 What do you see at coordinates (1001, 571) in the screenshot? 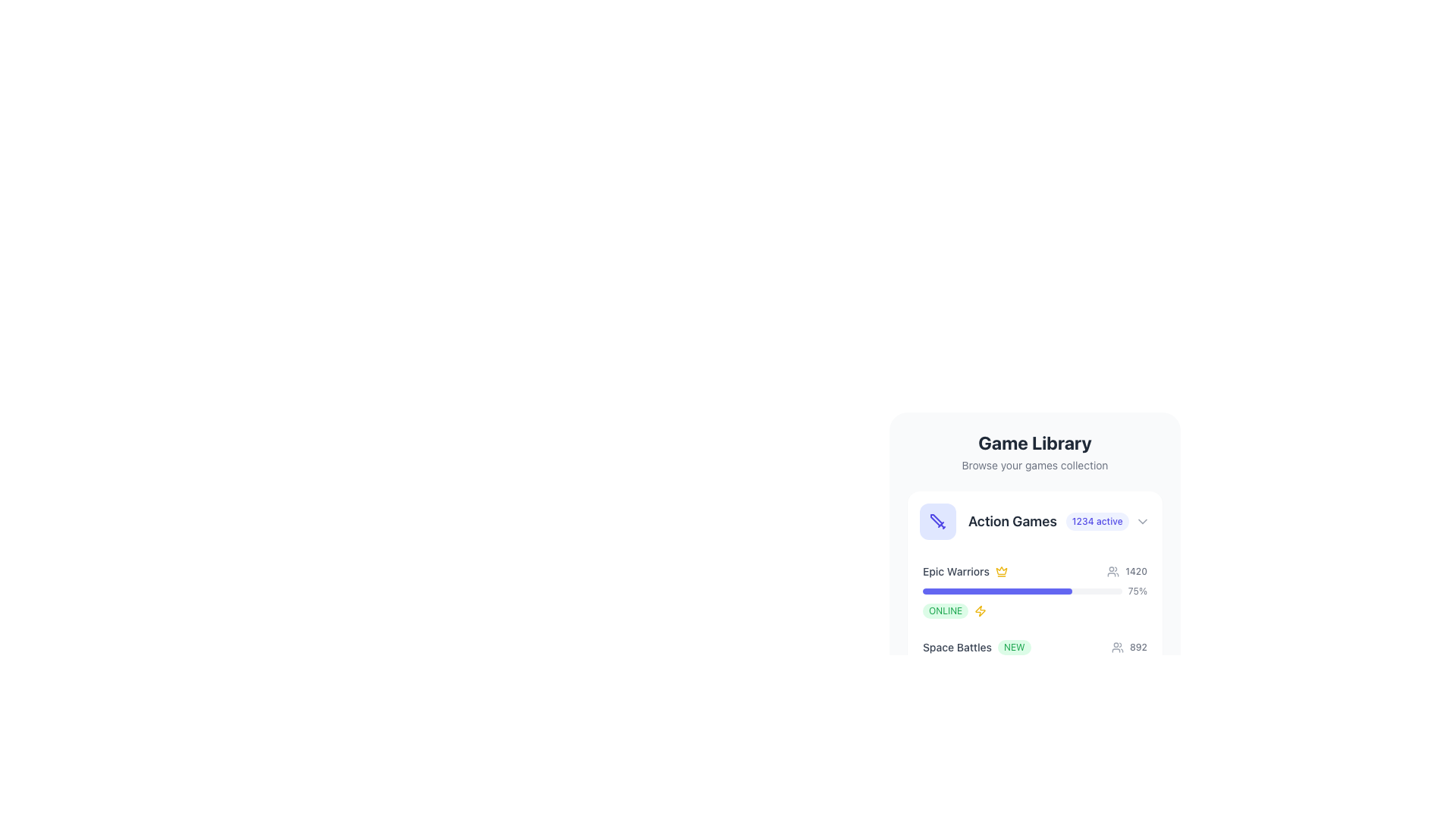
I see `the crown icon that signifies notable or premium status for the game 'Epic Warriors', located to the right of the game title in the 'Action Games' section of the 'Game Library'` at bounding box center [1001, 571].